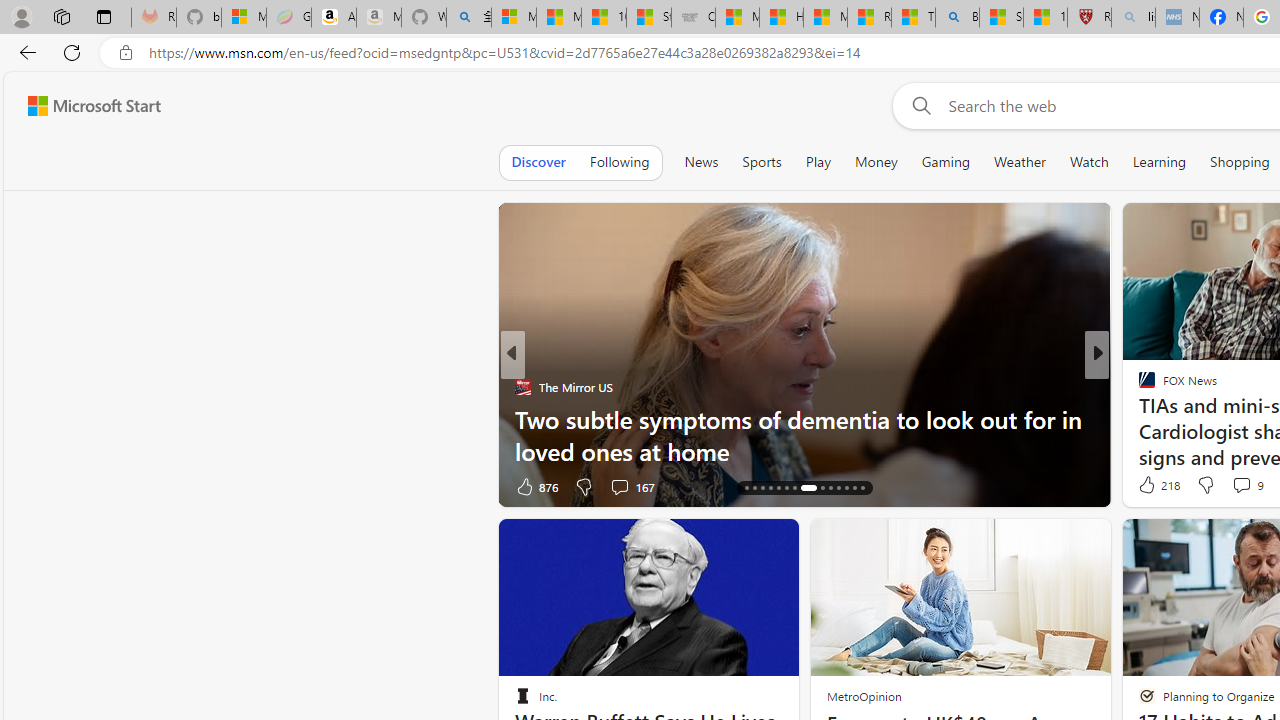 Image resolution: width=1280 pixels, height=720 pixels. What do you see at coordinates (839, 488) in the screenshot?
I see `'AutomationID: tab-25'` at bounding box center [839, 488].